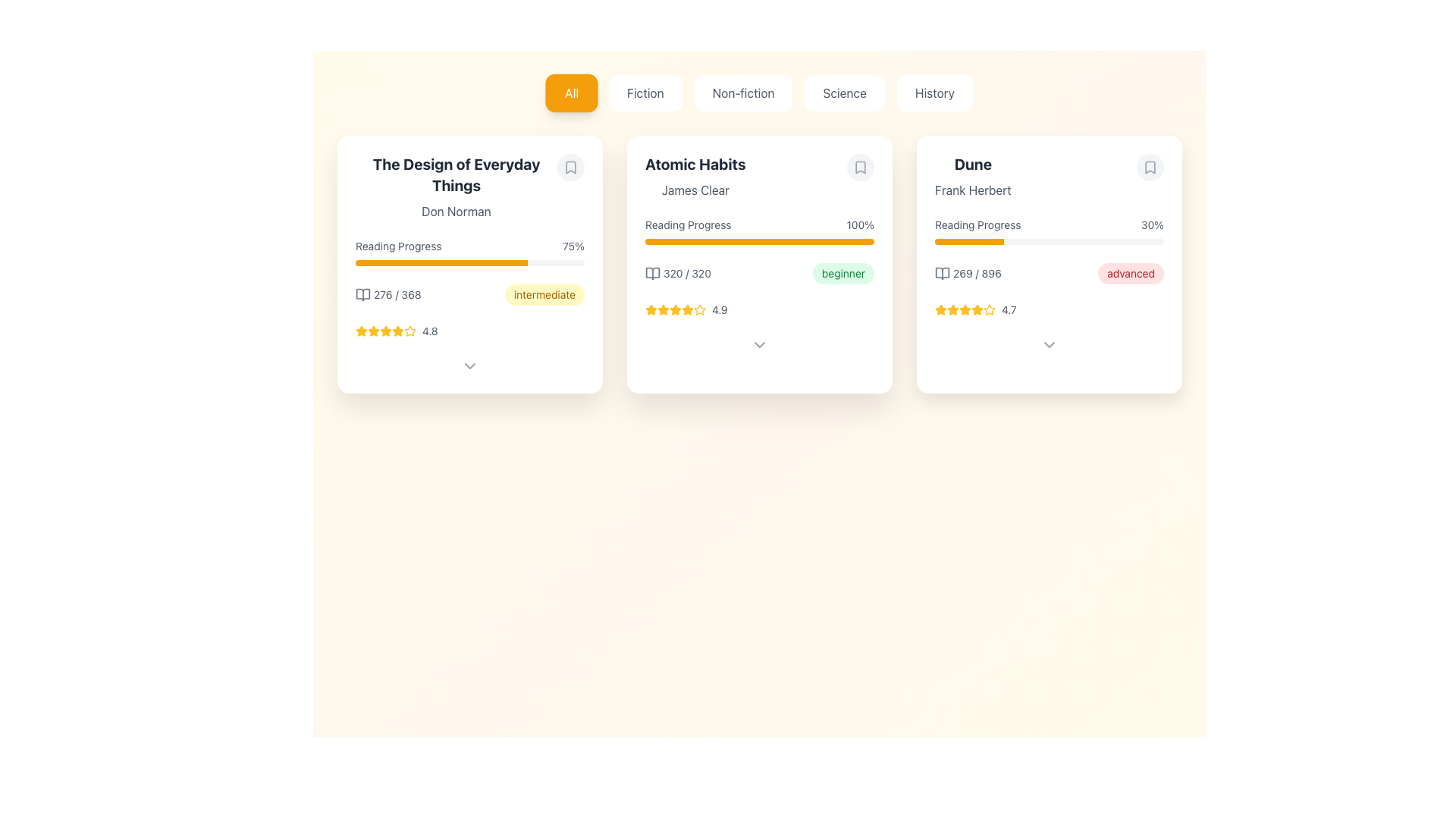 Image resolution: width=1456 pixels, height=819 pixels. I want to click on the numeric text label displaying the rating '4.8', which is styled in a small gray font and located to the right of the star icons in the first book card, so click(429, 330).